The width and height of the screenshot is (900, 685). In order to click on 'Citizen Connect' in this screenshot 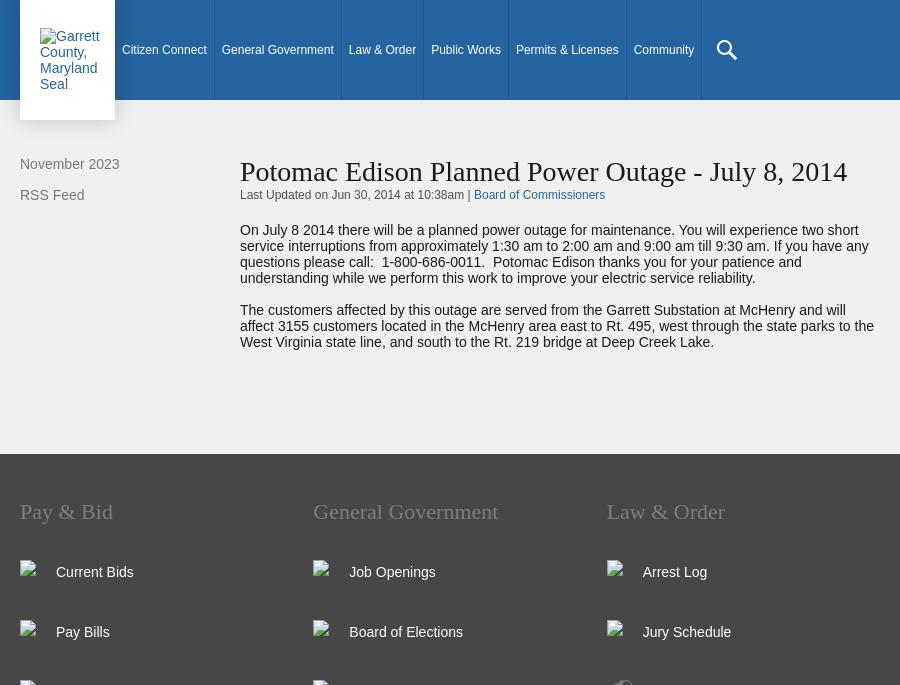, I will do `click(122, 50)`.